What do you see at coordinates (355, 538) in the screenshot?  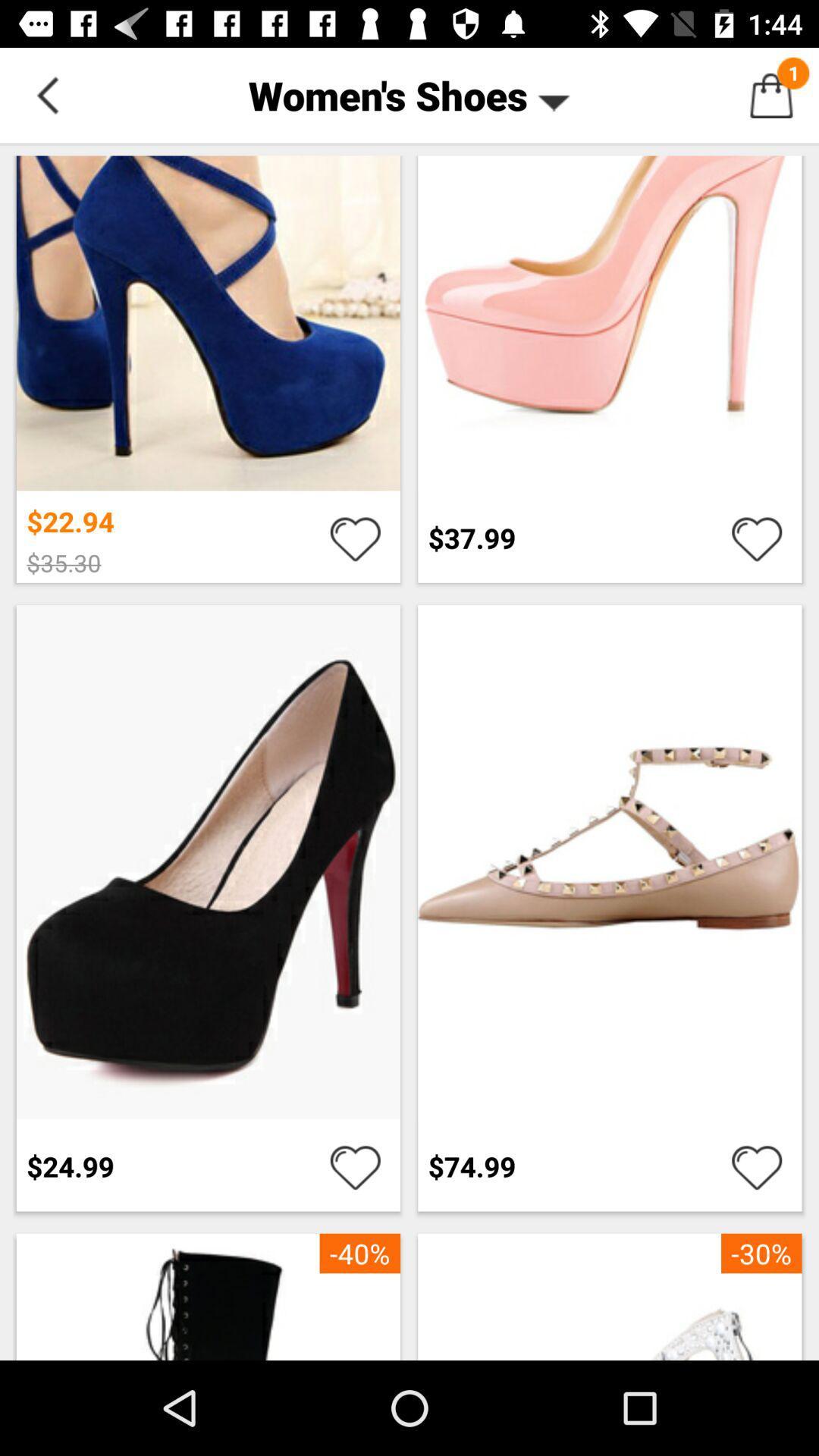 I see `like` at bounding box center [355, 538].